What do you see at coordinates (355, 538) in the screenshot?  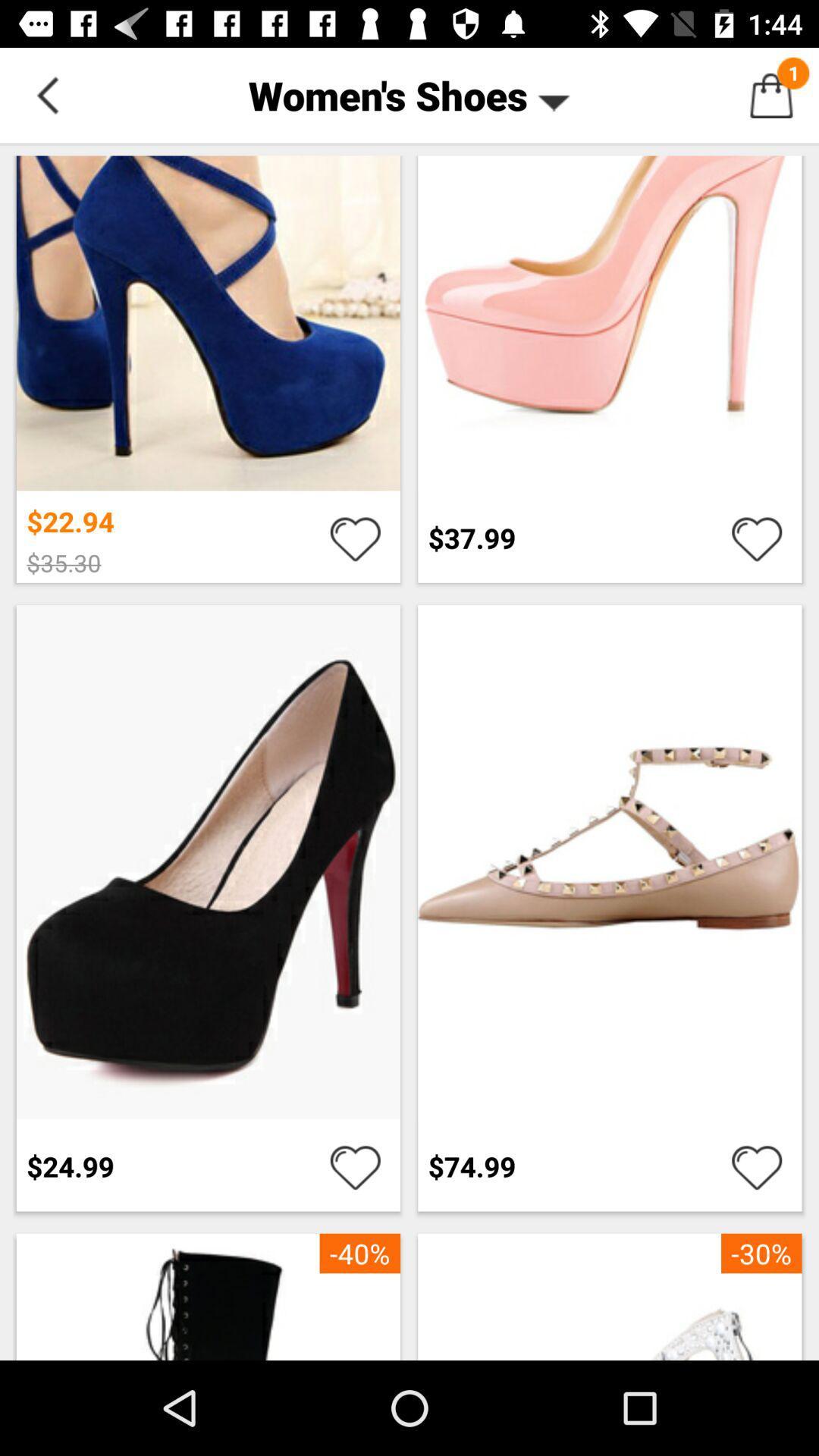 I see `like` at bounding box center [355, 538].